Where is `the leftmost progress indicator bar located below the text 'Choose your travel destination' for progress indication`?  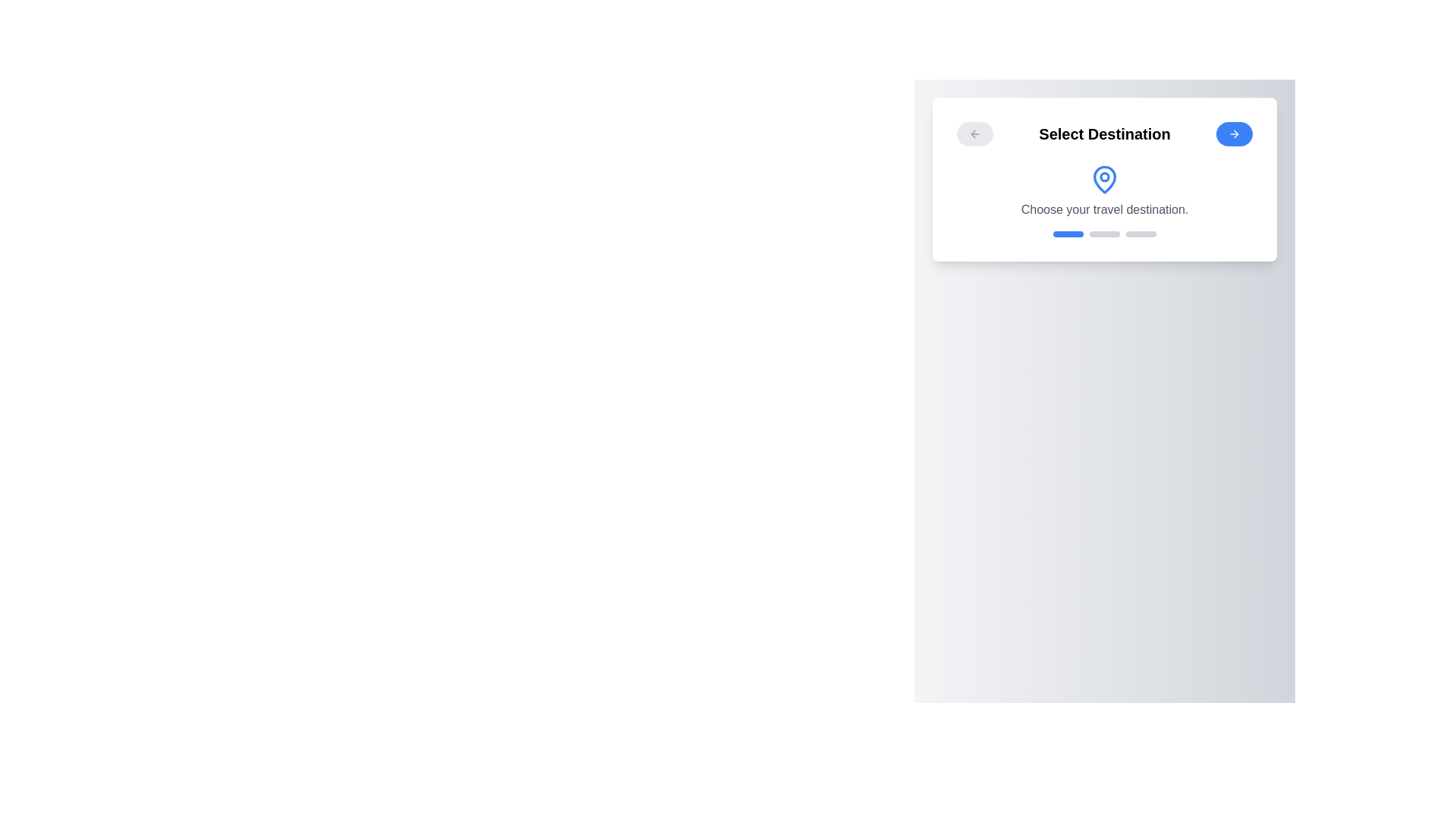 the leftmost progress indicator bar located below the text 'Choose your travel destination' for progress indication is located at coordinates (1068, 234).